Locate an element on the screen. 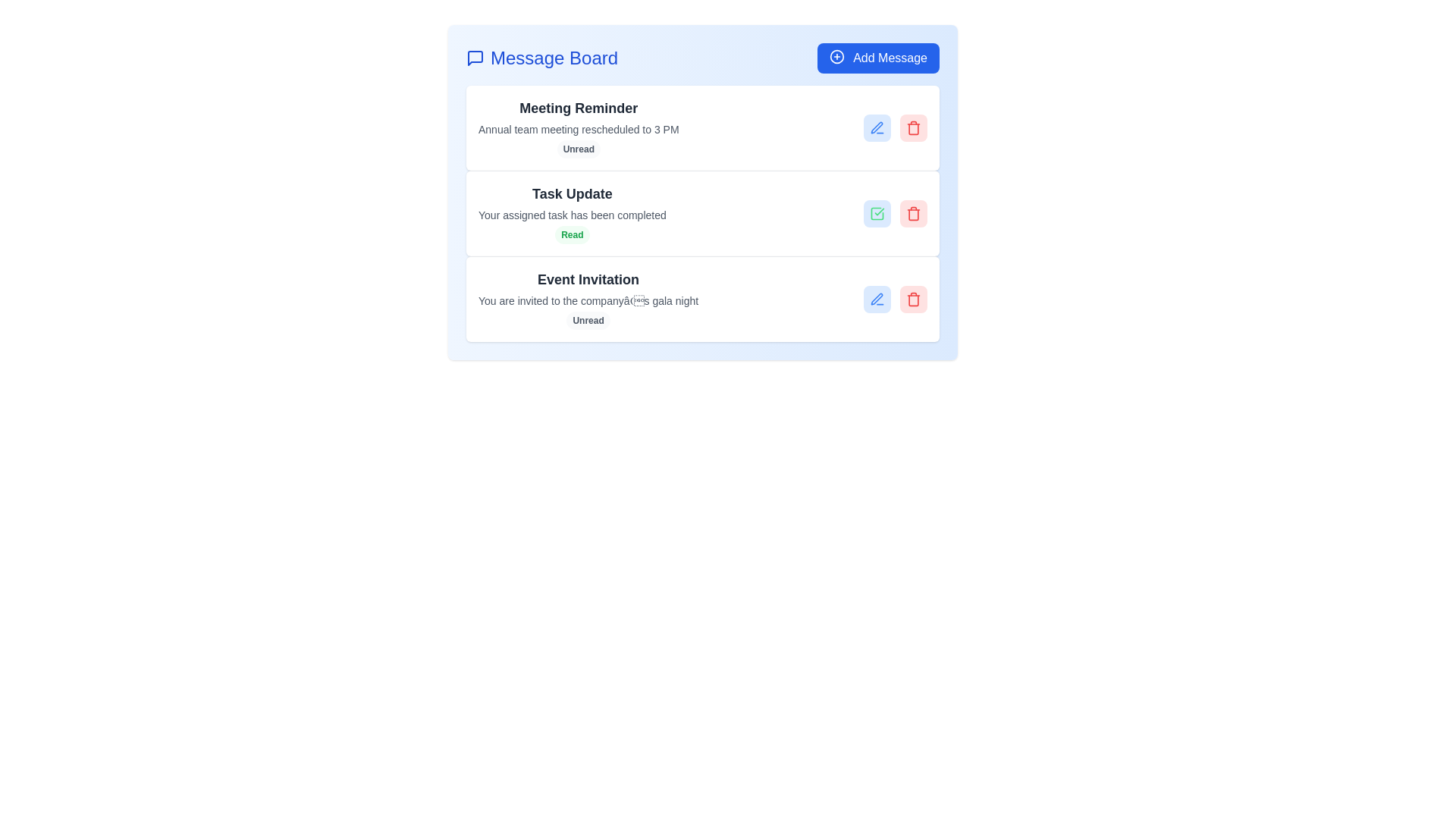 This screenshot has height=819, width=1456. the 'Unread' label is located at coordinates (588, 320).